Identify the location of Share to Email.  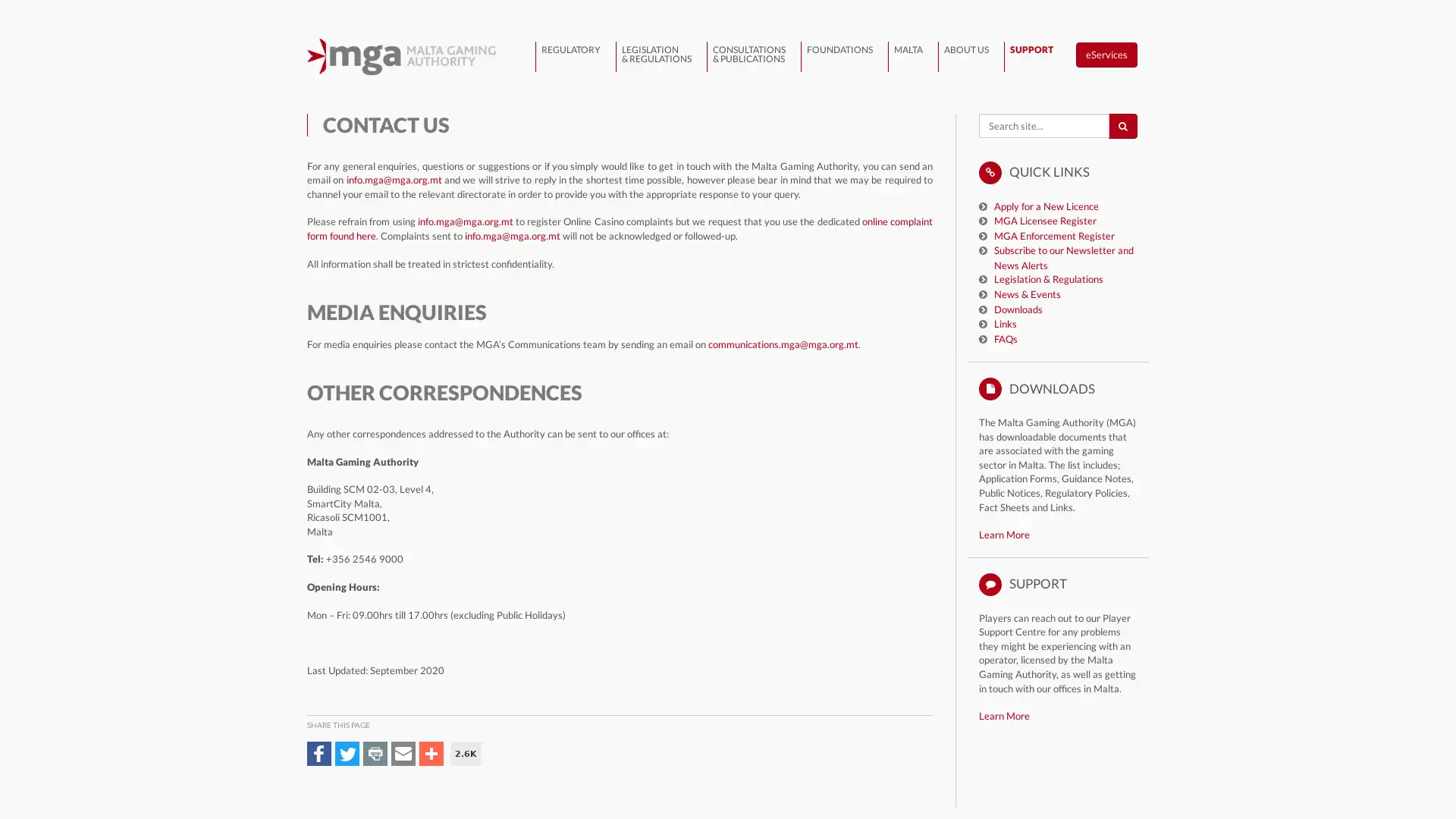
(403, 754).